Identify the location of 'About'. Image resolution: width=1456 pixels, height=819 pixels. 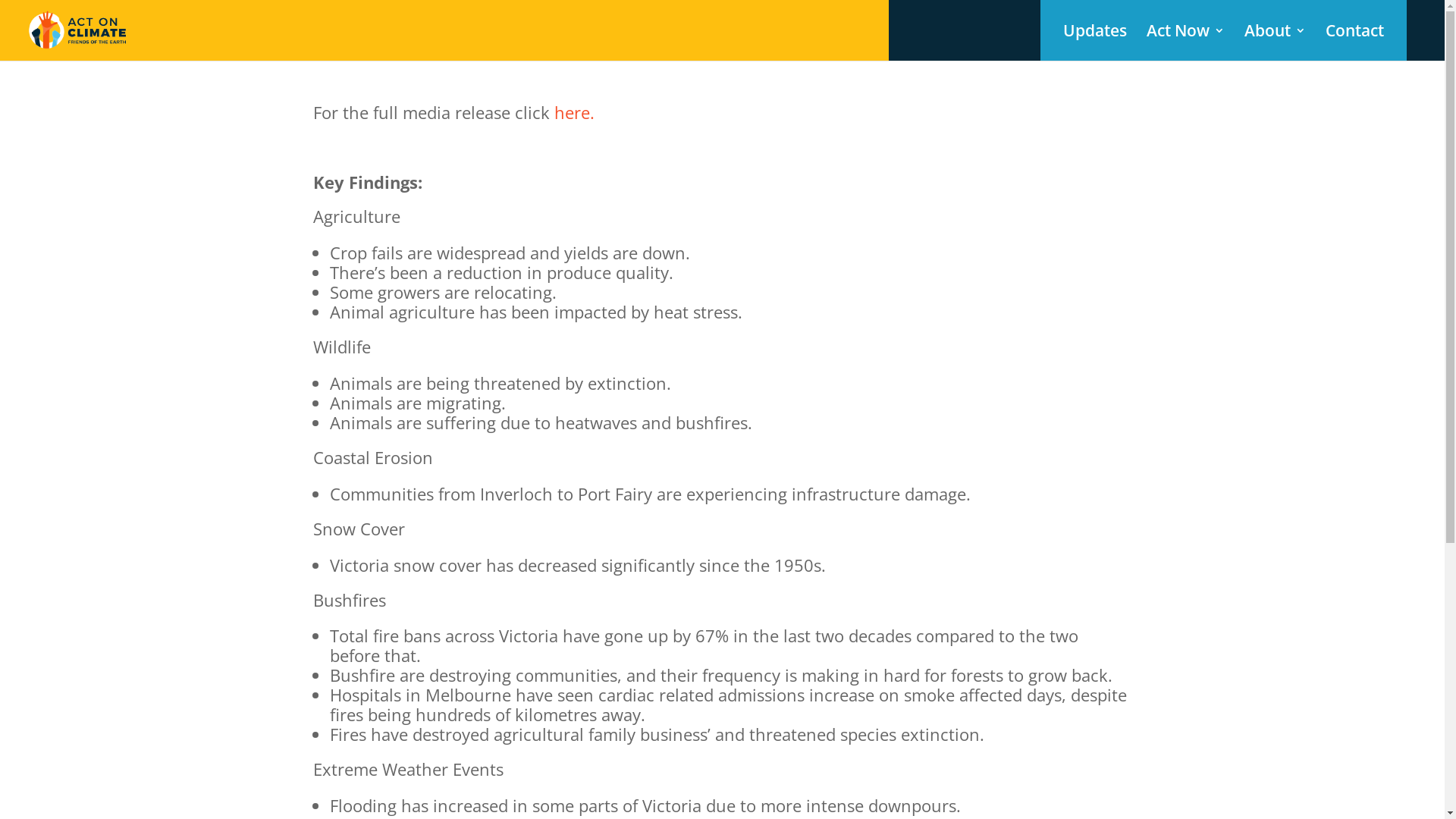
(1244, 42).